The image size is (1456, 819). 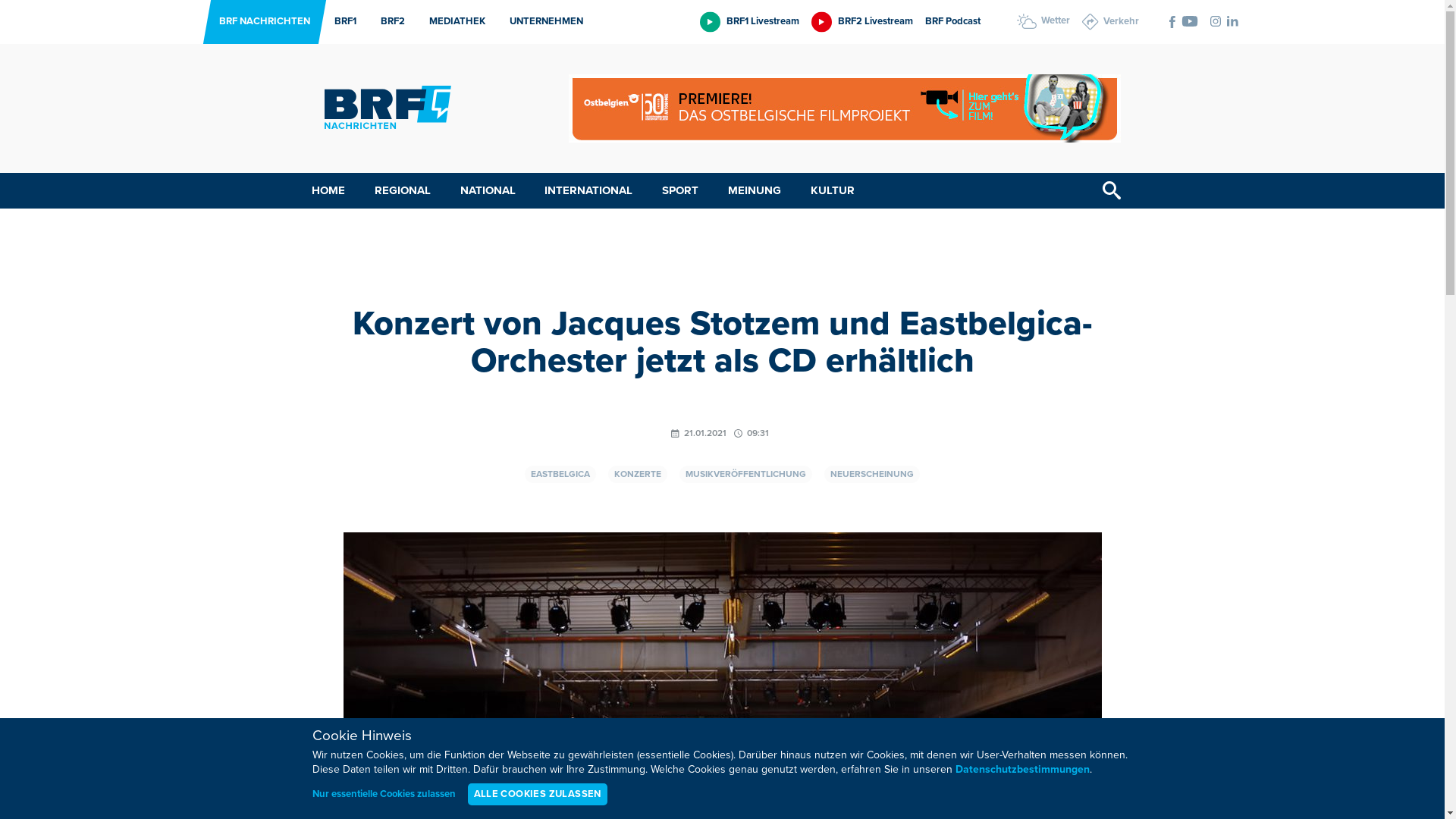 What do you see at coordinates (1103, 190) in the screenshot?
I see `'Suchen'` at bounding box center [1103, 190].